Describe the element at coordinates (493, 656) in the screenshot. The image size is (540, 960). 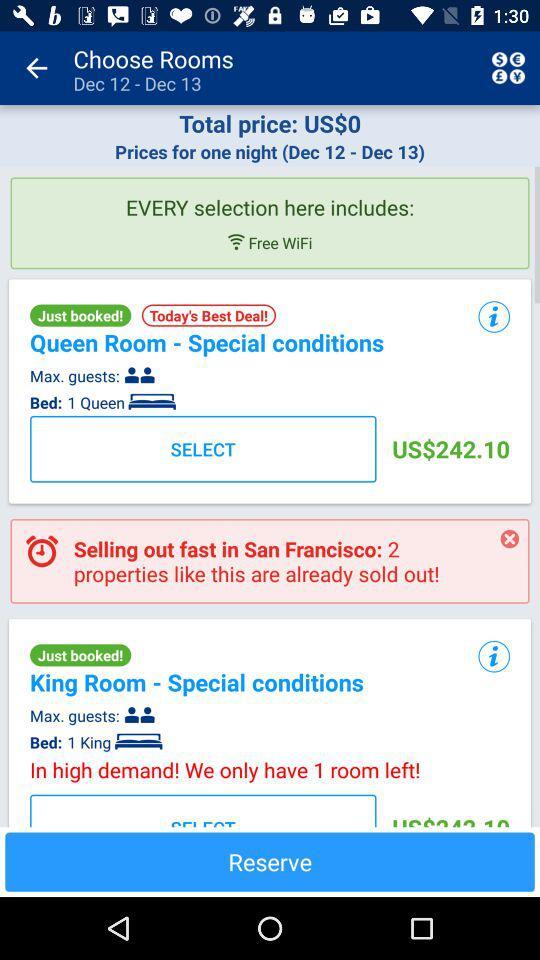
I see `the icon next to the king room special item` at that location.